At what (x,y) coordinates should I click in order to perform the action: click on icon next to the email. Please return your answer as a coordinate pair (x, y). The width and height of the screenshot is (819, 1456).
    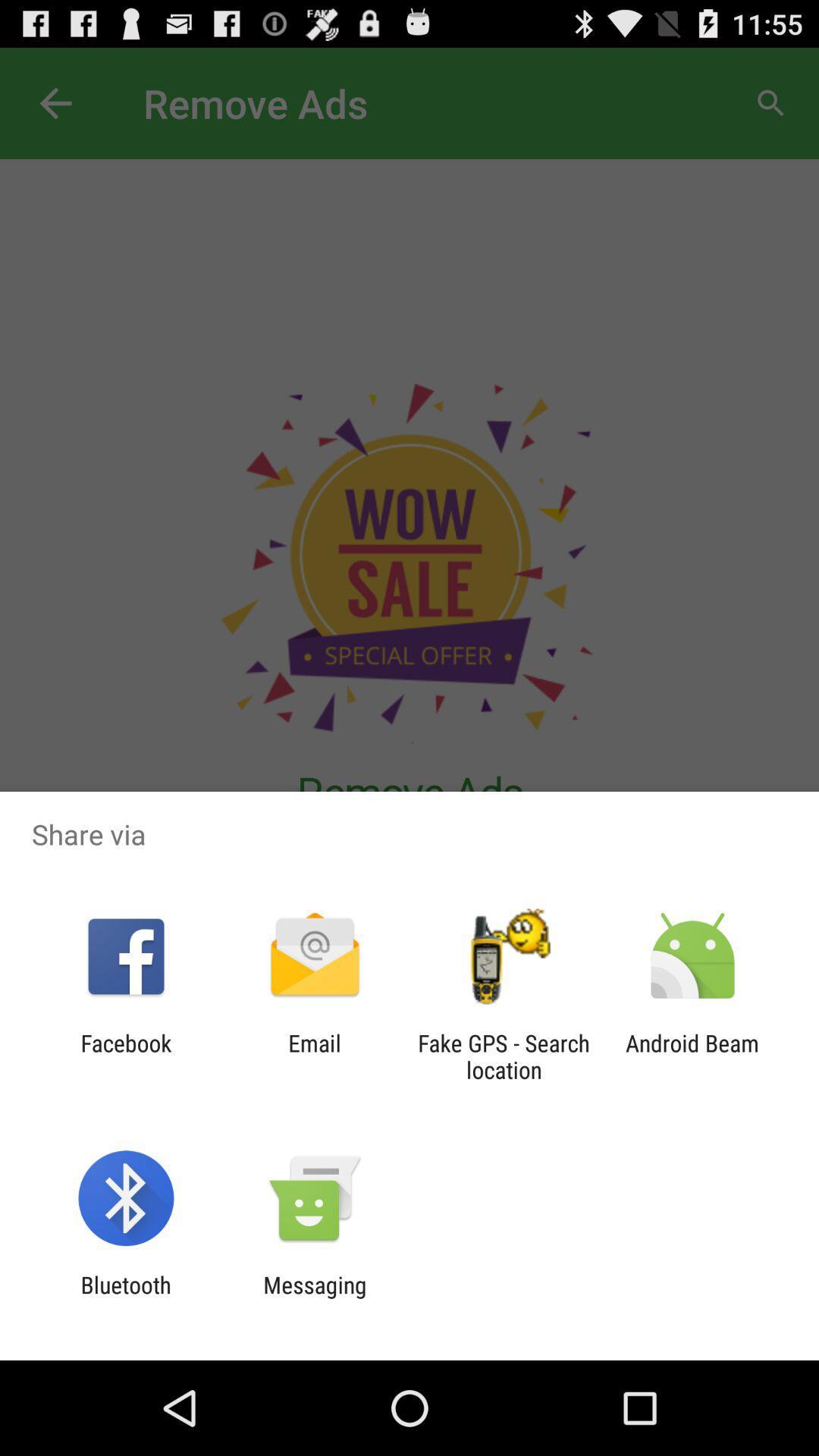
    Looking at the image, I should click on (125, 1056).